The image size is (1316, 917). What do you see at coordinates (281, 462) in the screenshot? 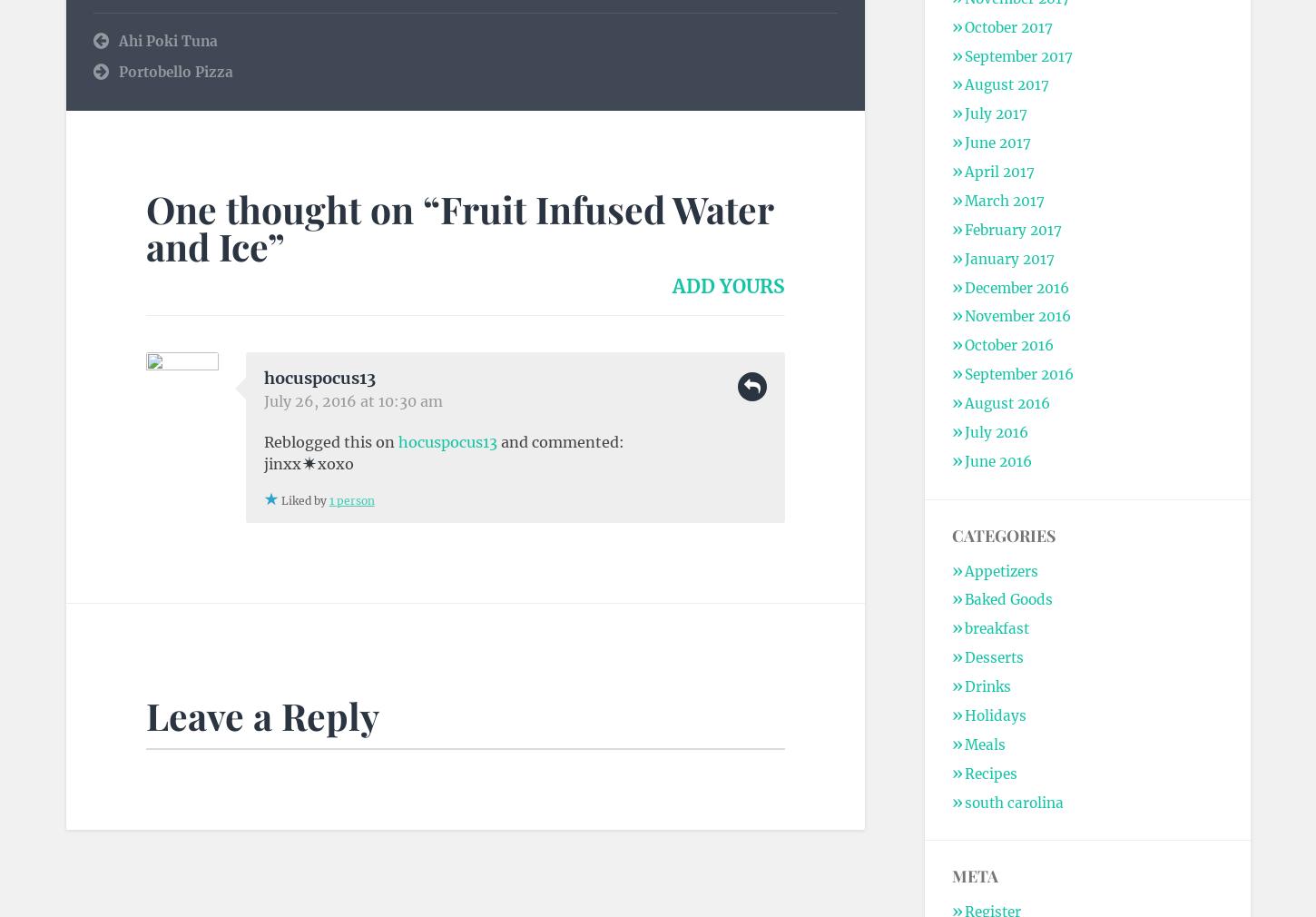
I see `'jinxx'` at bounding box center [281, 462].